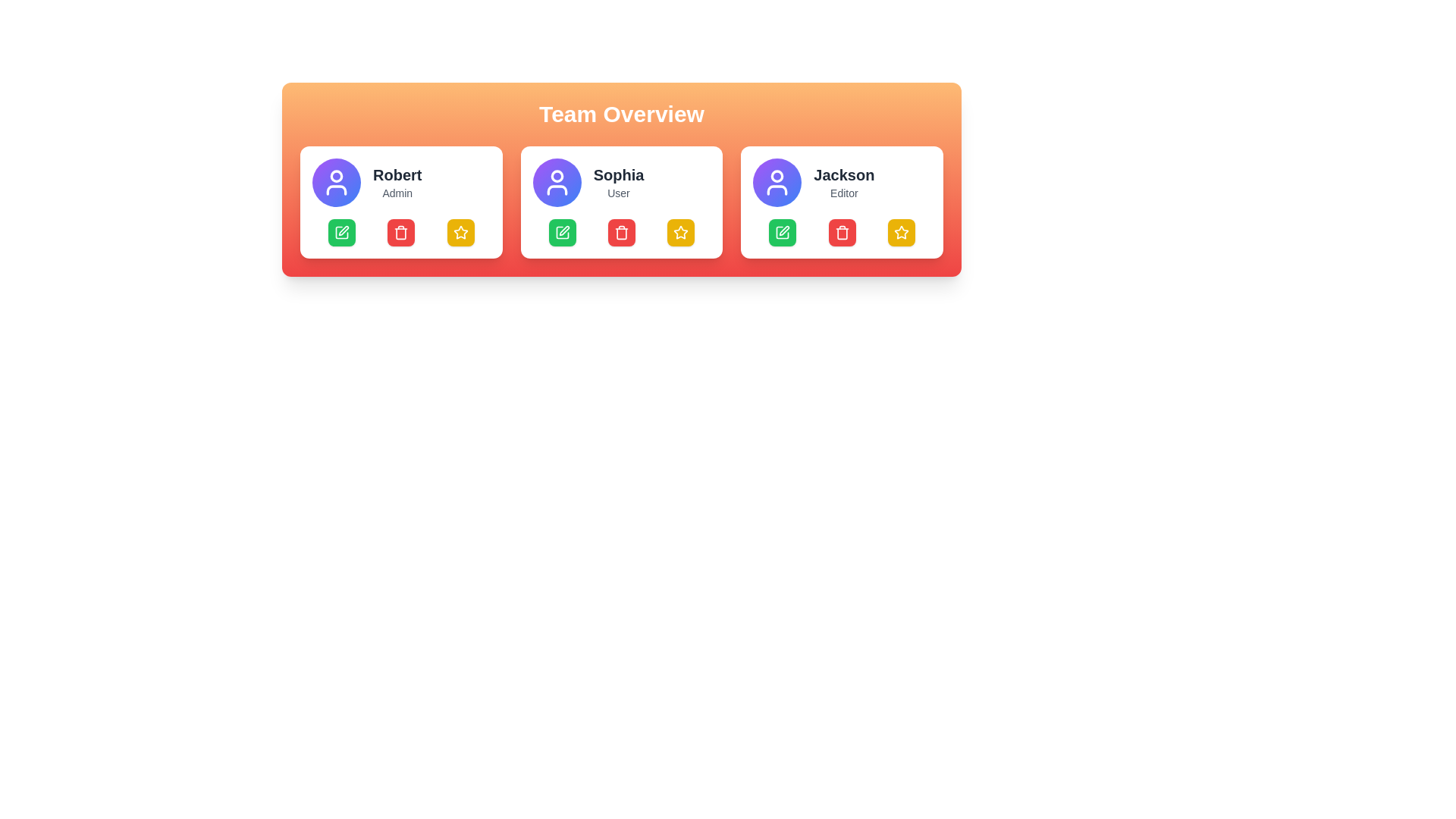  What do you see at coordinates (784, 231) in the screenshot?
I see `the far-left icon in the lower row of the user card associated with 'Jackson'` at bounding box center [784, 231].